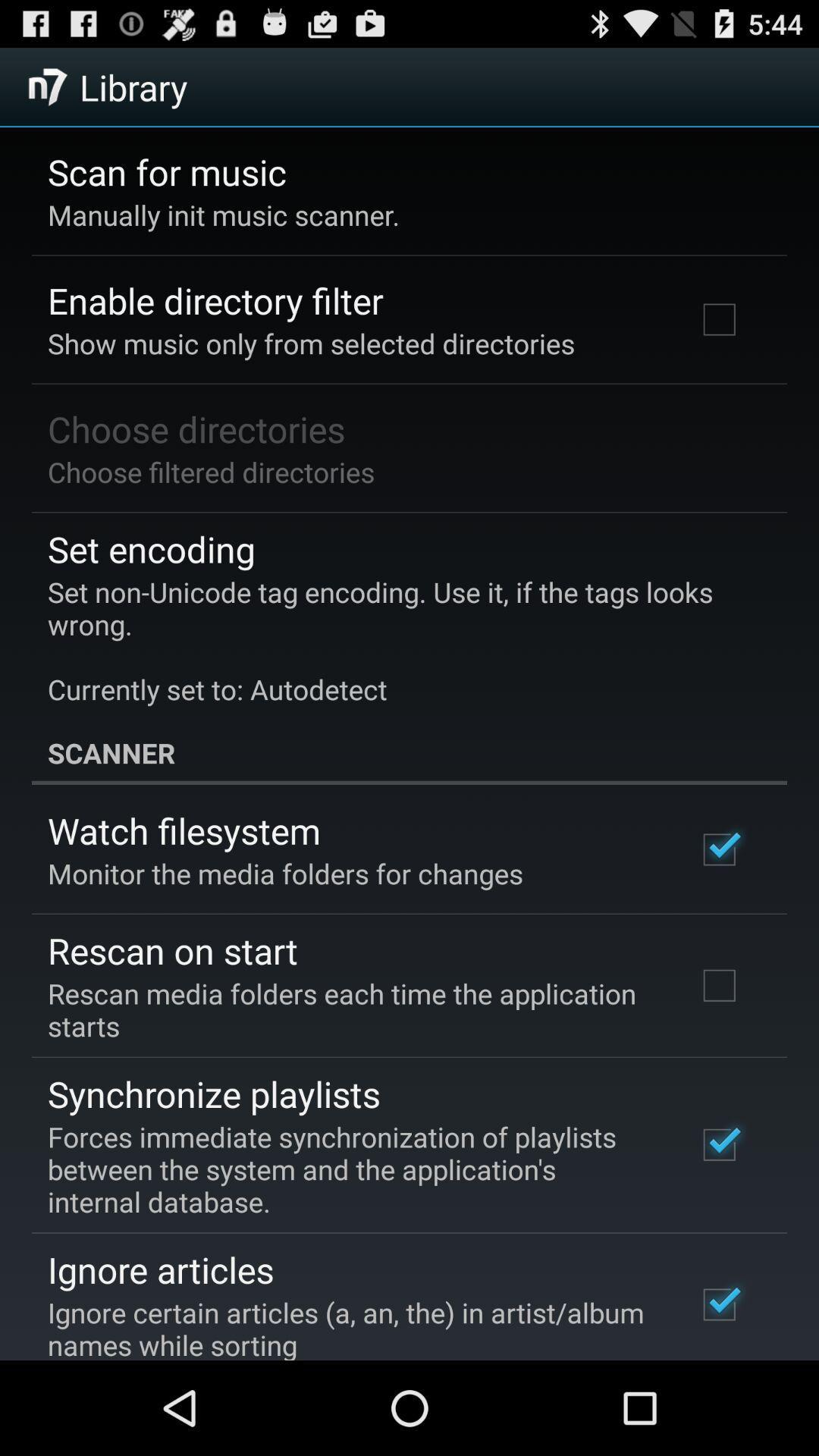 This screenshot has height=1456, width=819. I want to click on show music only, so click(310, 342).